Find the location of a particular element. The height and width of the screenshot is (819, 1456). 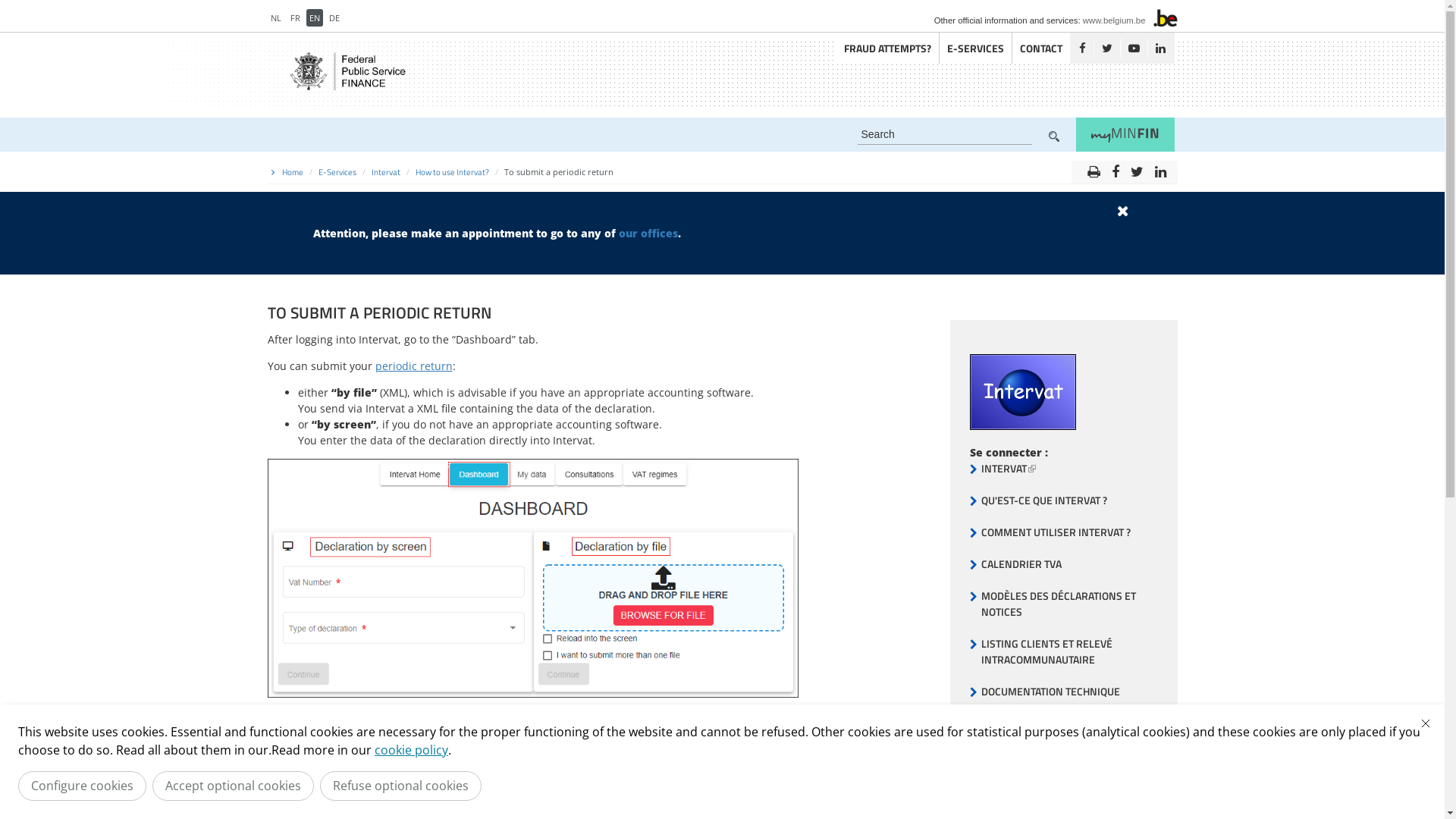

'Twitter' is located at coordinates (1106, 47).